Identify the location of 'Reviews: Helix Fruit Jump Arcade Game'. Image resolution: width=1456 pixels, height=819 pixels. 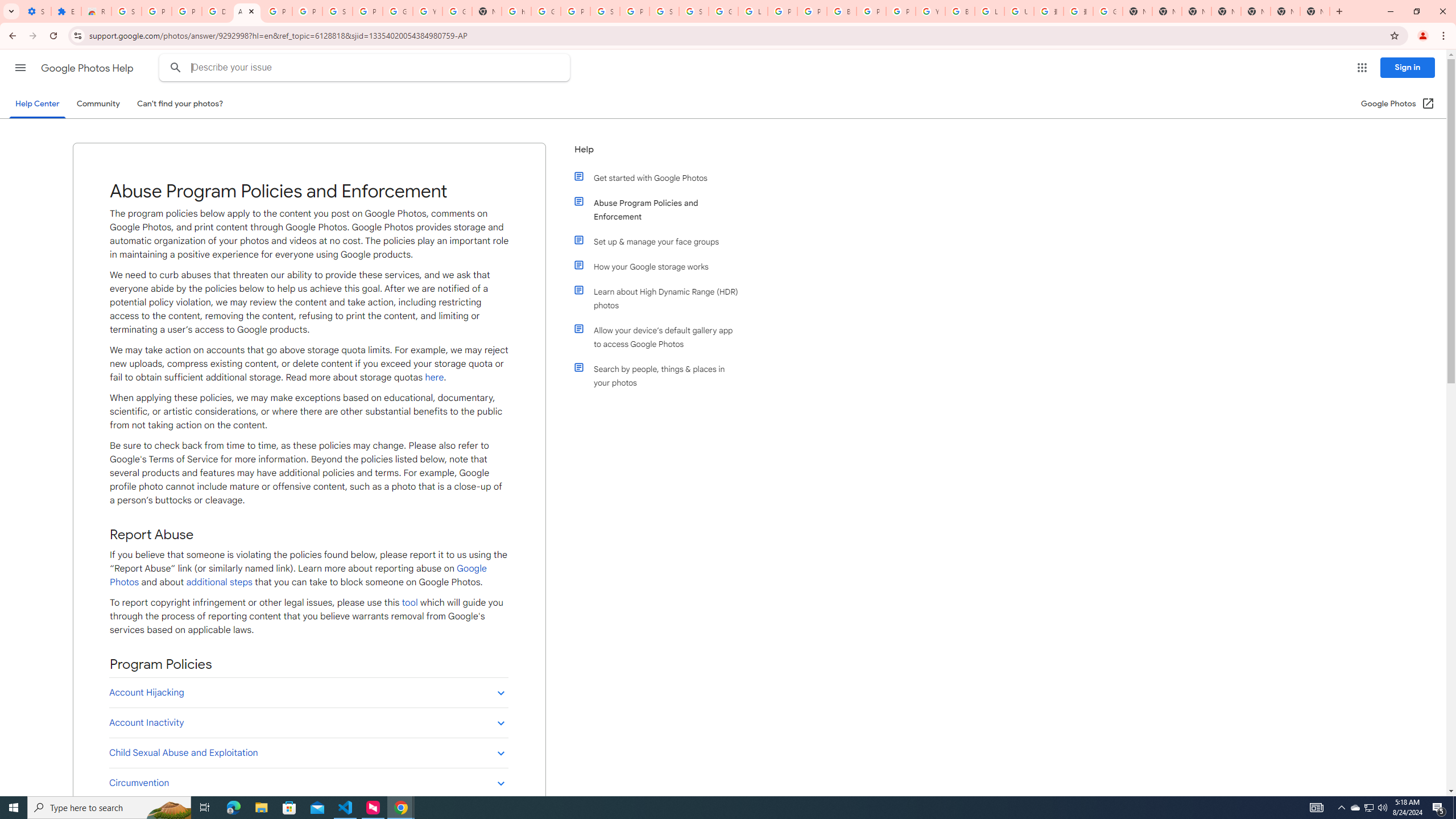
(95, 11).